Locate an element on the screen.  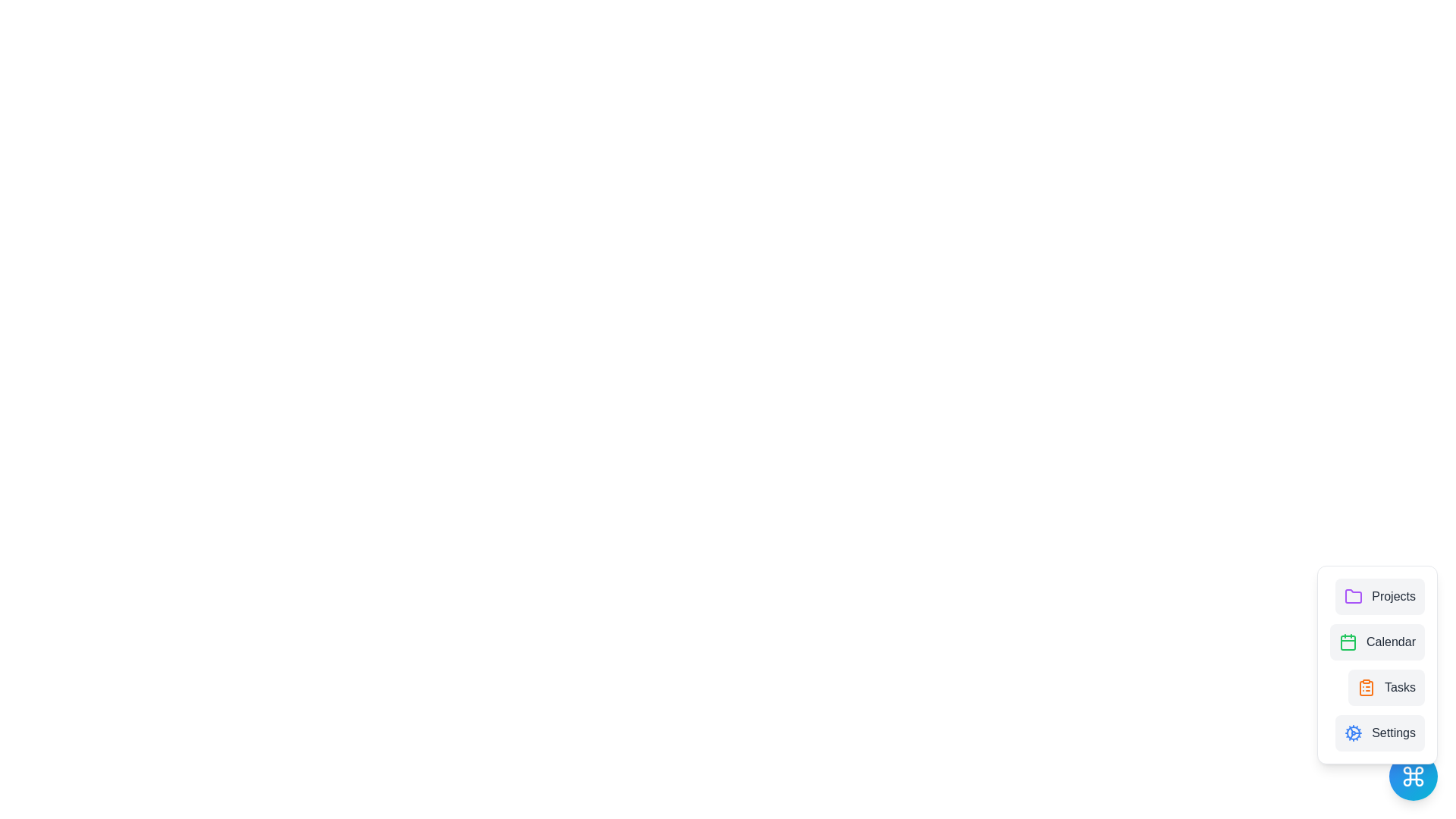
the Settings option in the menu is located at coordinates (1379, 733).